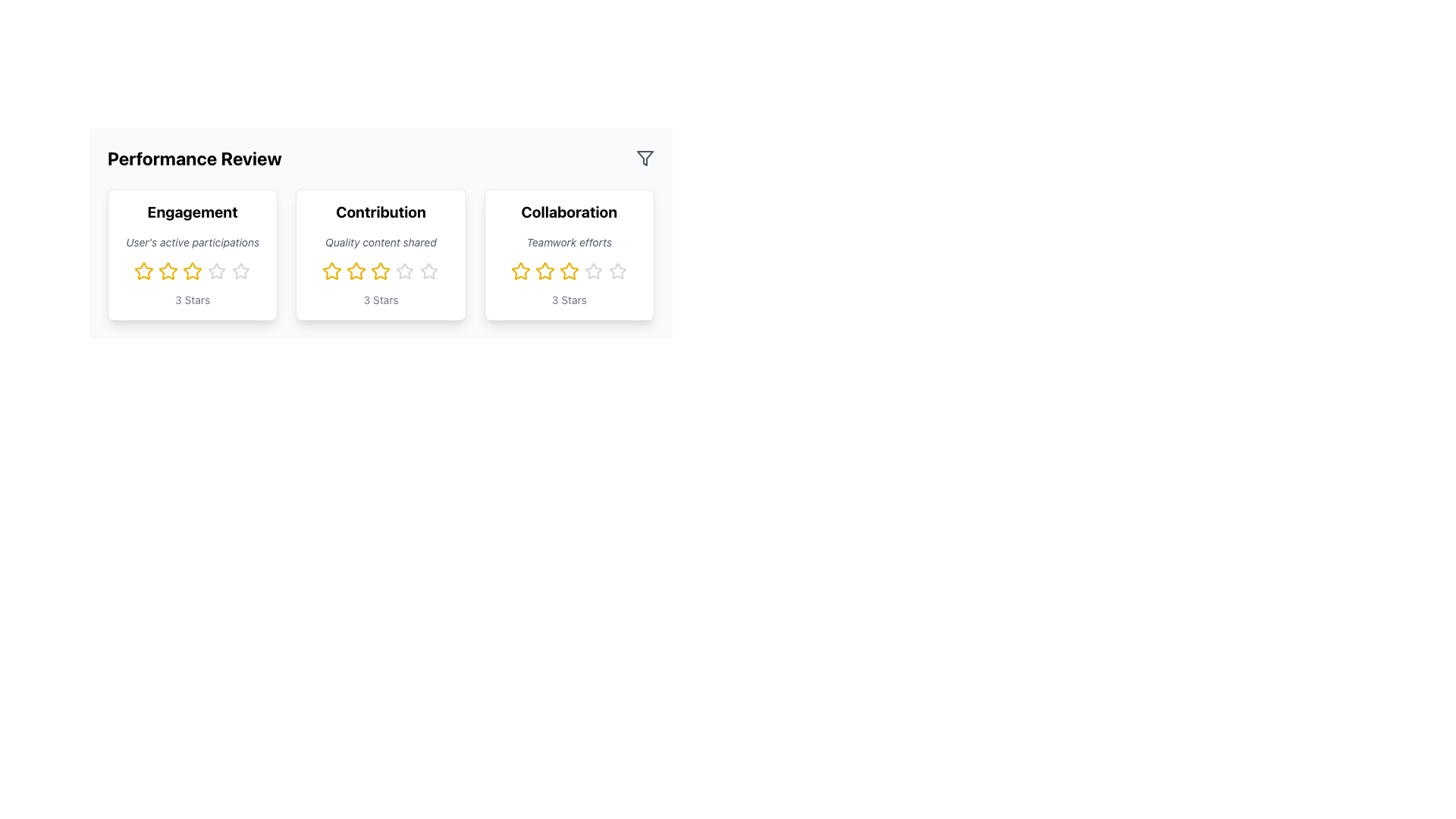 This screenshot has height=819, width=1456. I want to click on the third star icon in the Collaboration category, so click(544, 271).